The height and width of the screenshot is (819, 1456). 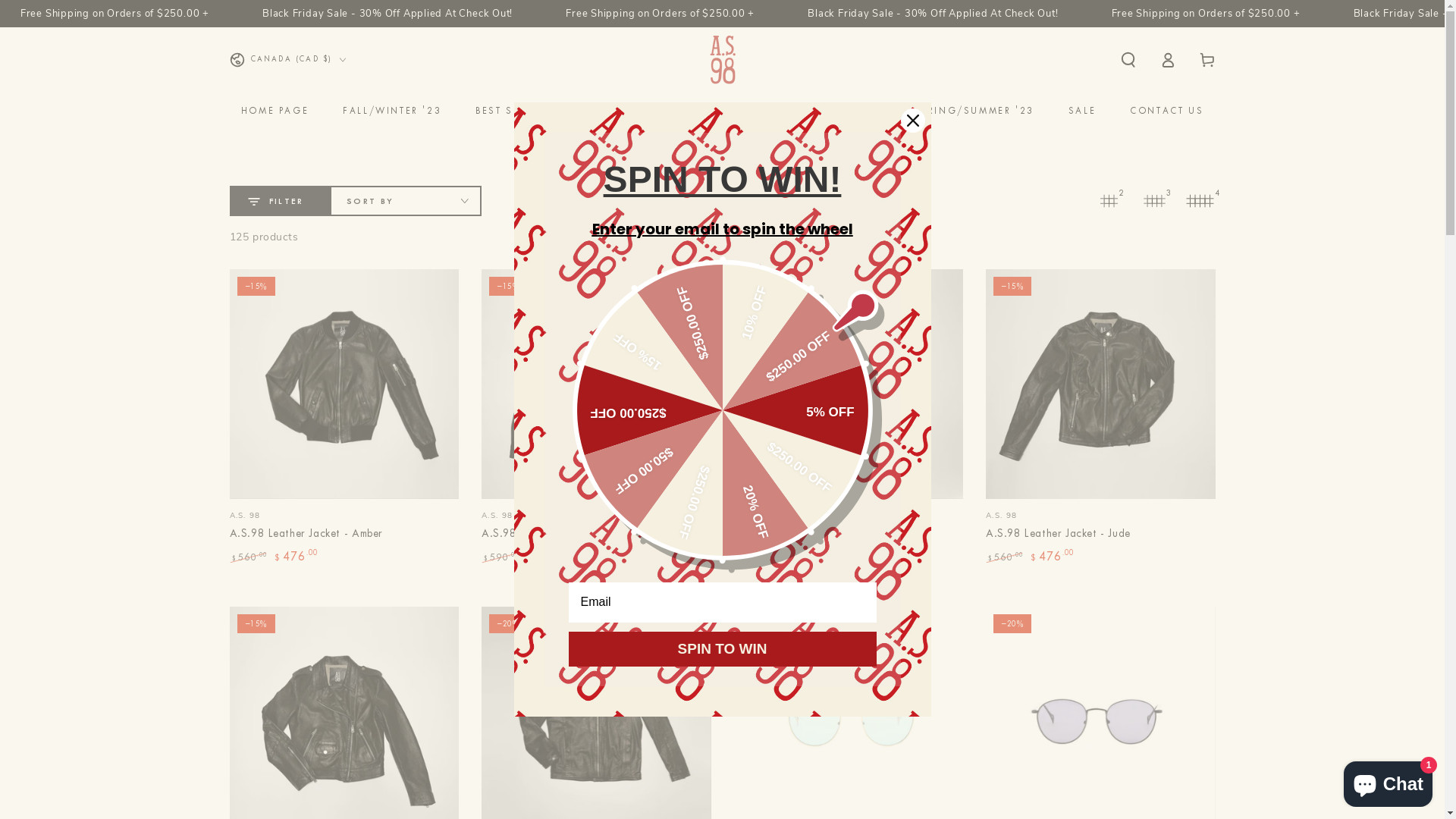 What do you see at coordinates (1153, 200) in the screenshot?
I see `'3'` at bounding box center [1153, 200].